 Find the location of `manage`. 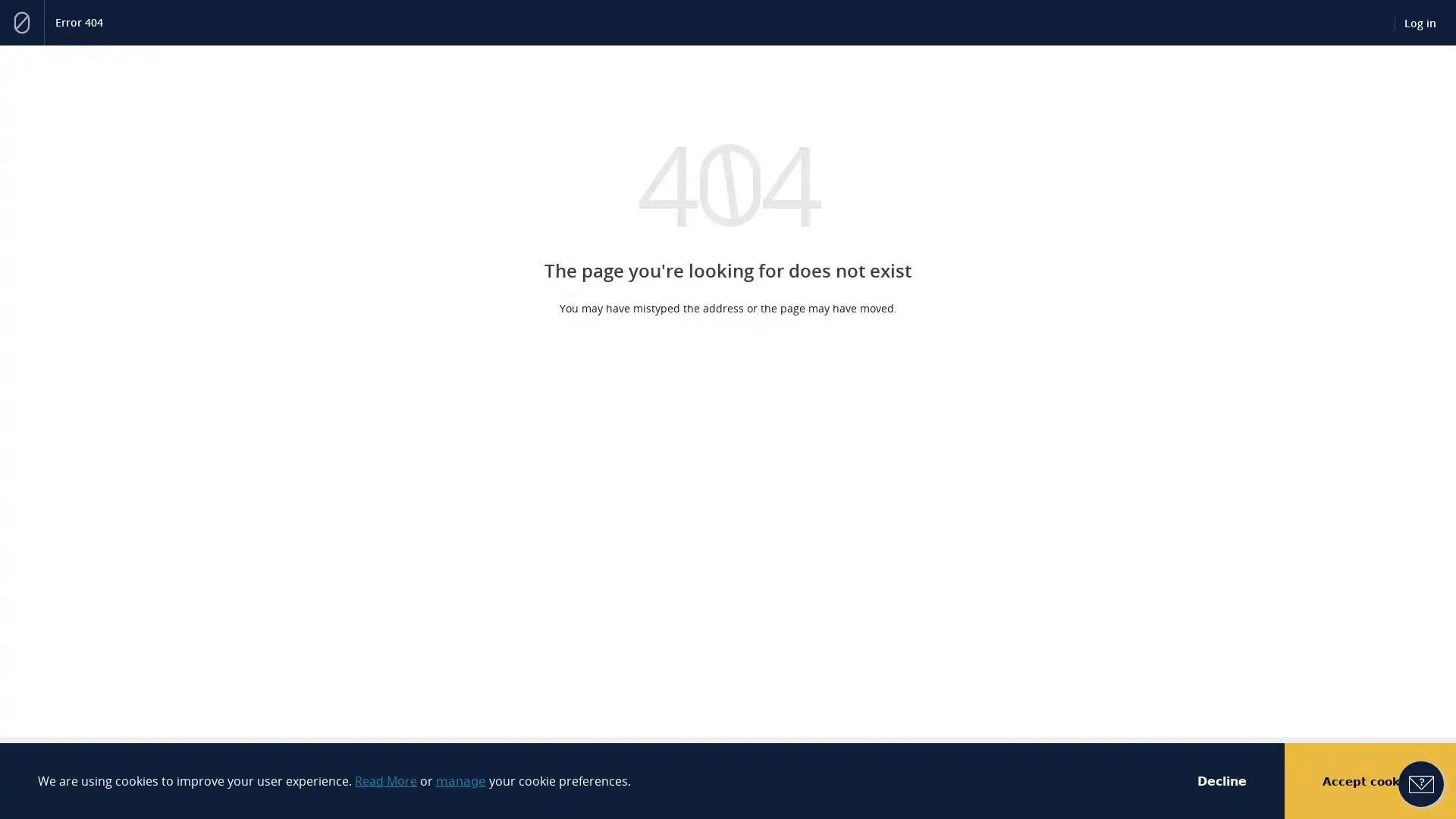

manage is located at coordinates (460, 781).